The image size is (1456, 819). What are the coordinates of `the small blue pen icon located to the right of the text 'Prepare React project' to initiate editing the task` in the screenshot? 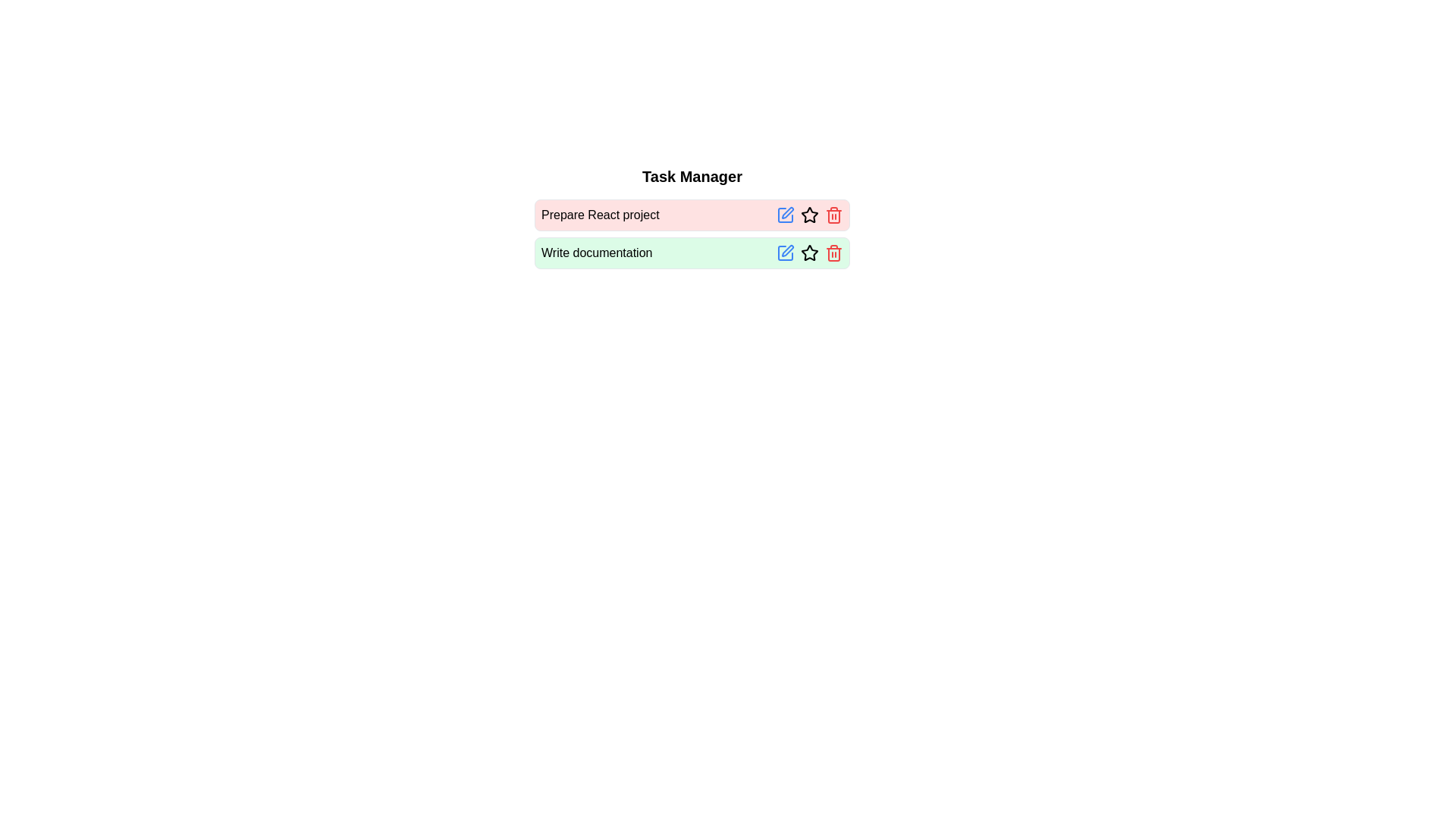 It's located at (786, 215).